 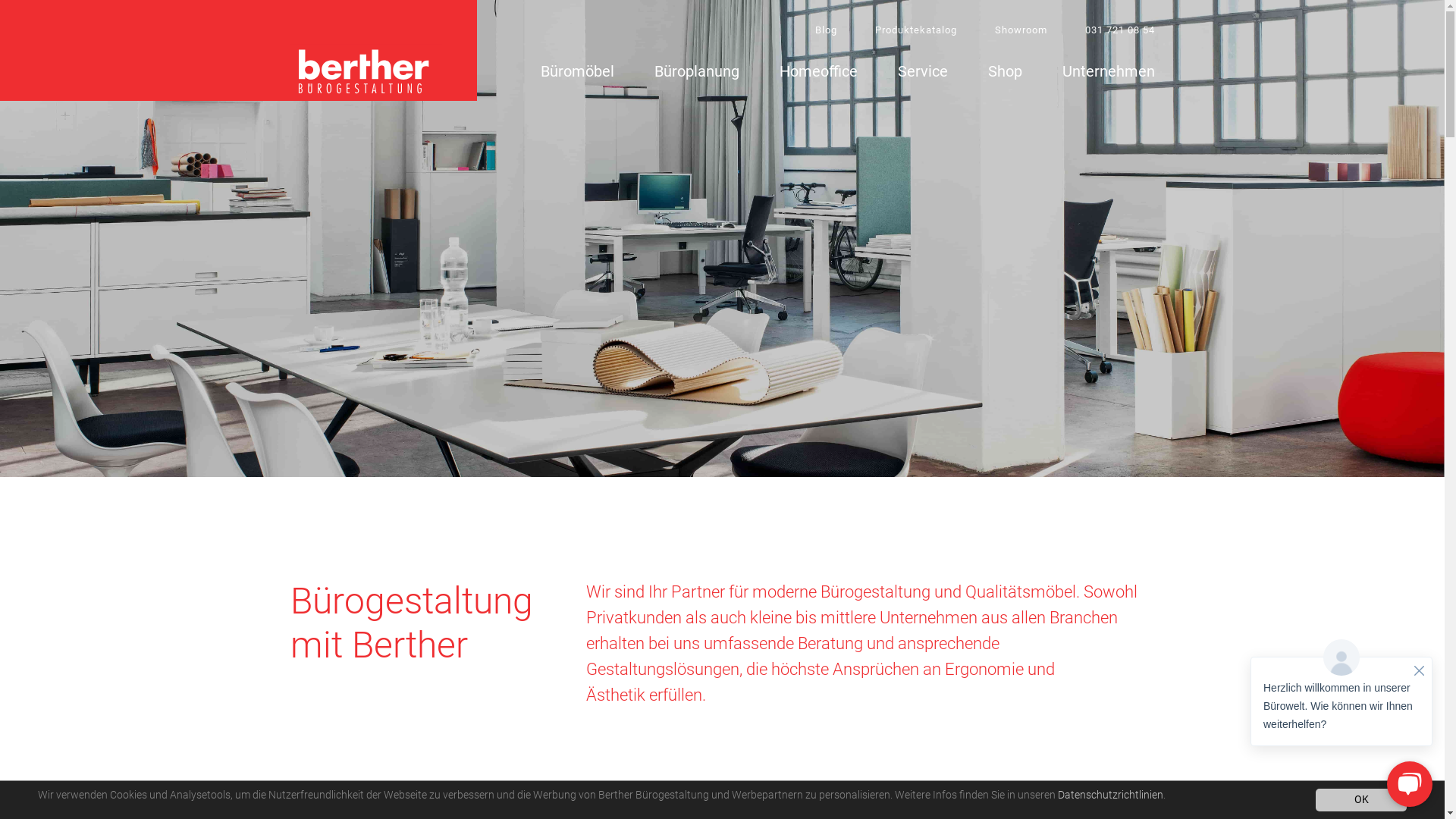 I want to click on 'Service', so click(x=922, y=74).